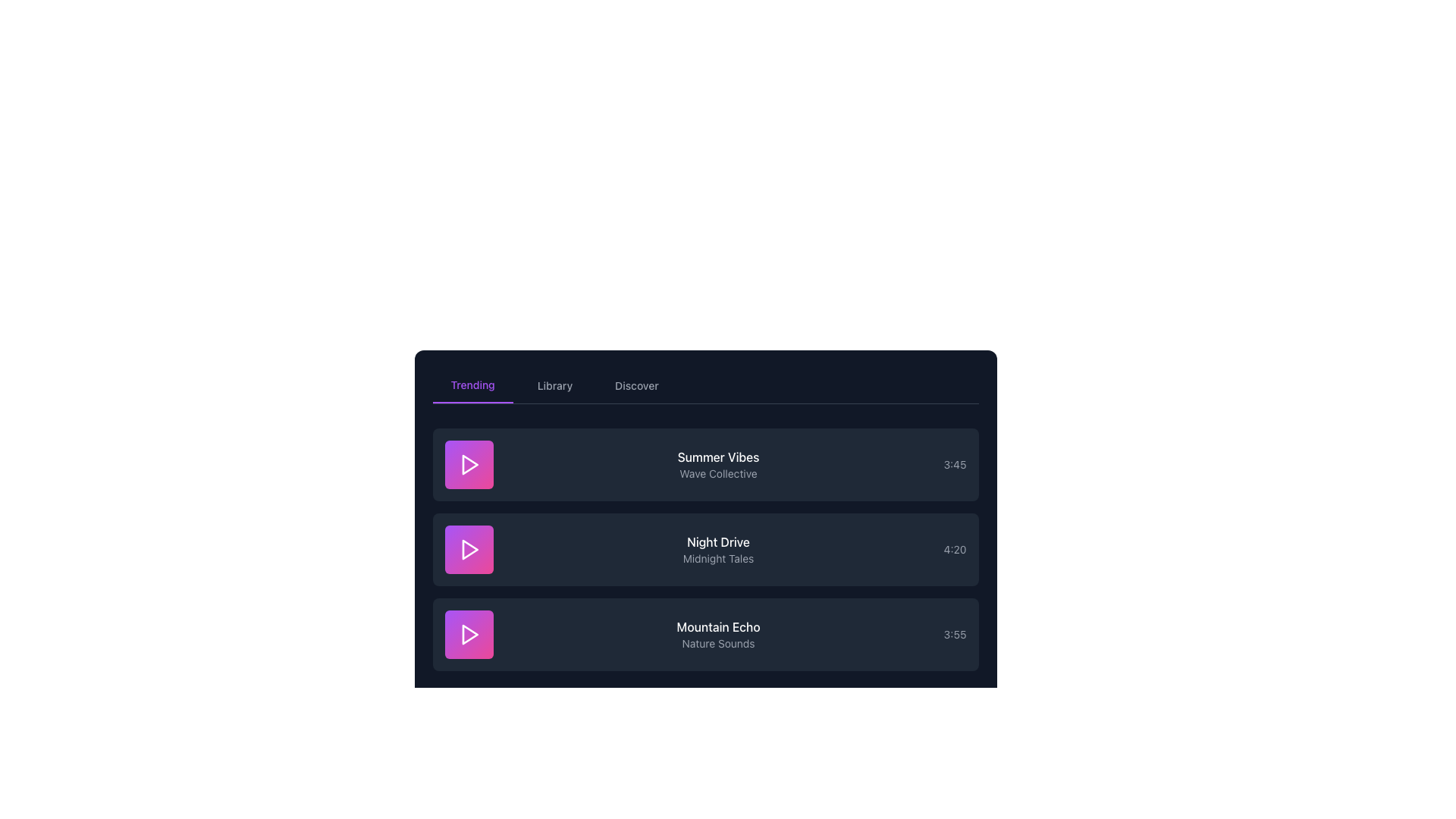 The height and width of the screenshot is (819, 1456). What do you see at coordinates (704, 550) in the screenshot?
I see `the song entry 'Night Drive'` at bounding box center [704, 550].